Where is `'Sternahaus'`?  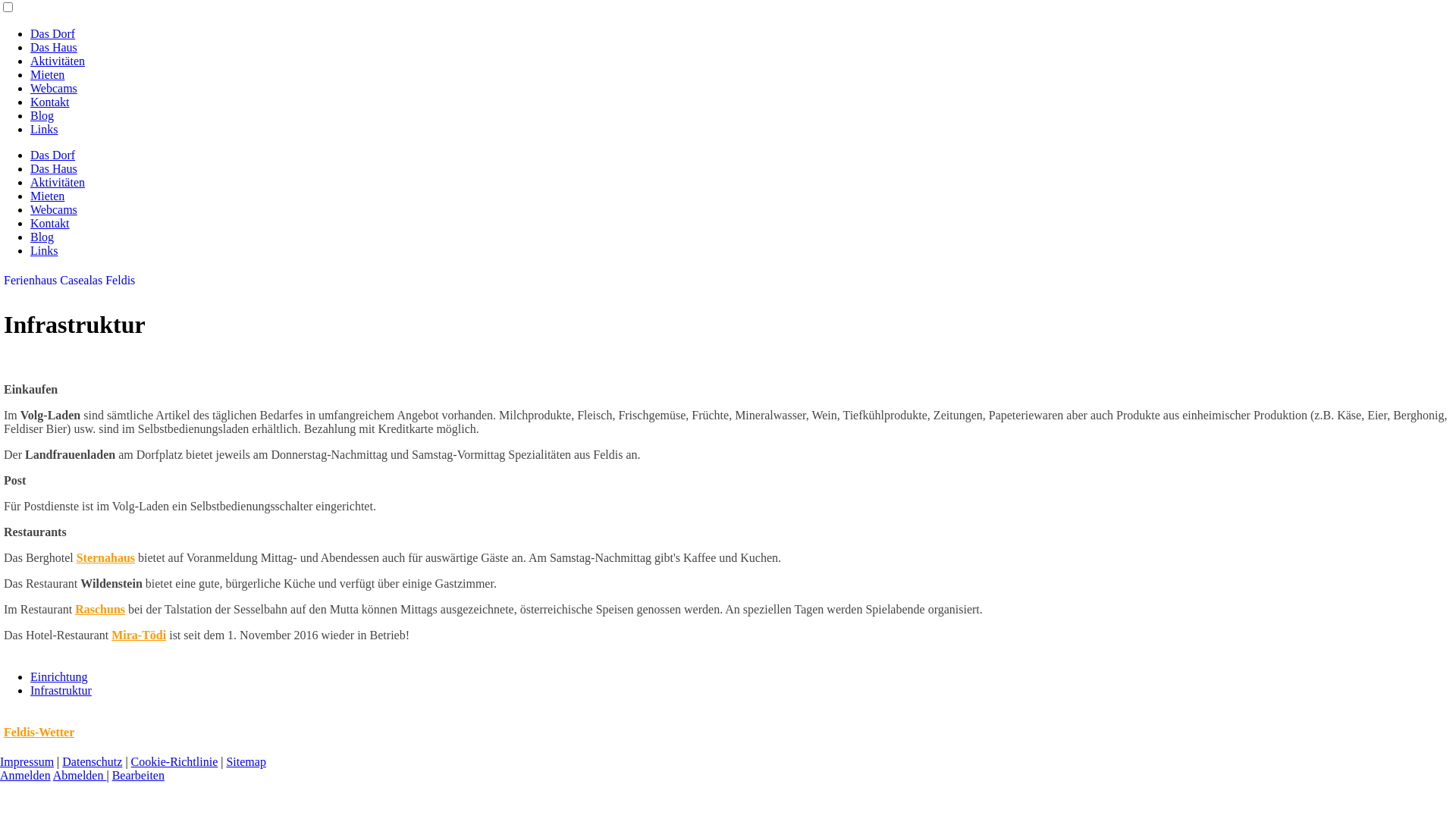 'Sternahaus' is located at coordinates (105, 557).